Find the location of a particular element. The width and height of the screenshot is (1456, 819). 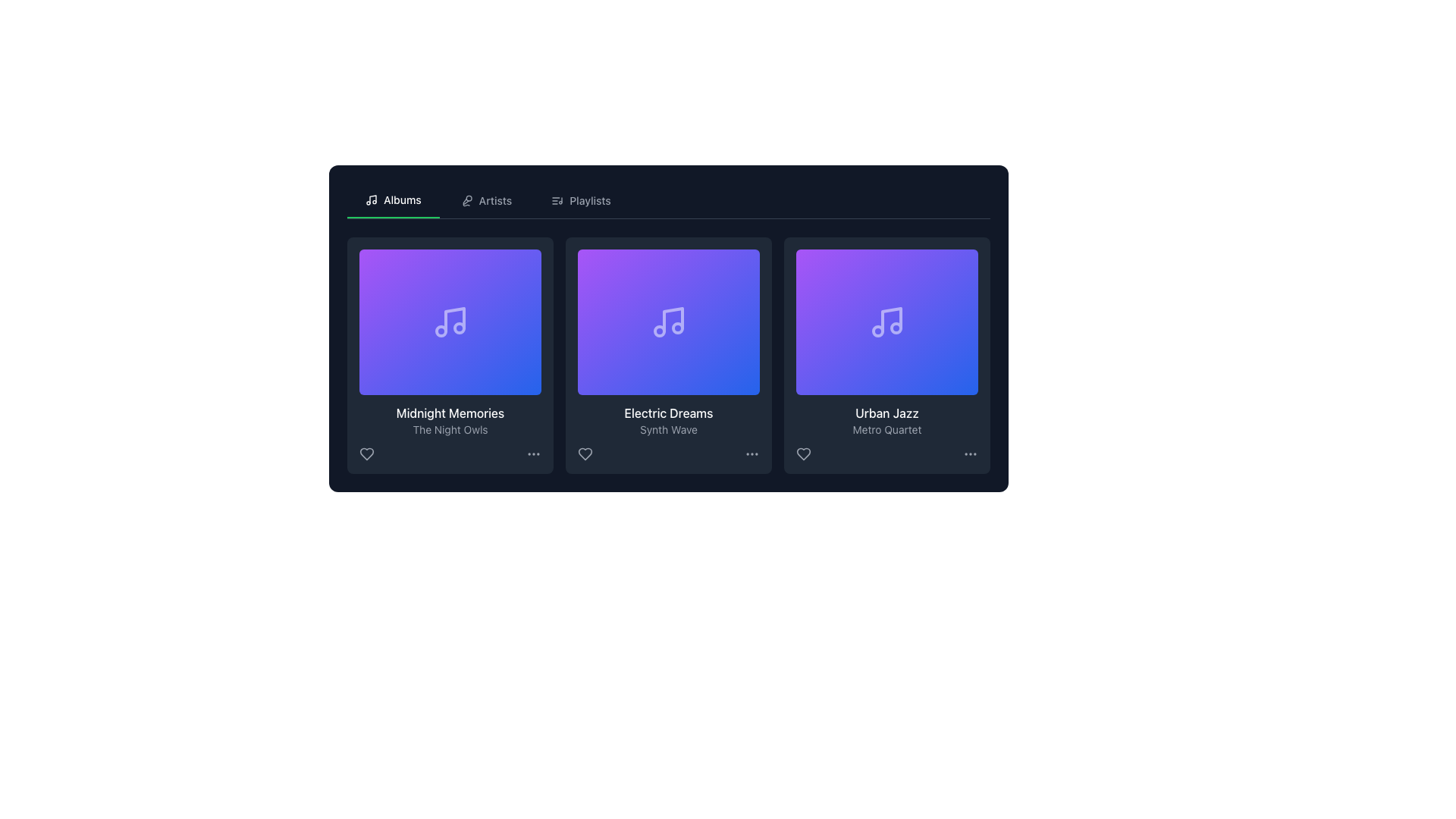

the first interactive card representing an album or collection is located at coordinates (450, 356).